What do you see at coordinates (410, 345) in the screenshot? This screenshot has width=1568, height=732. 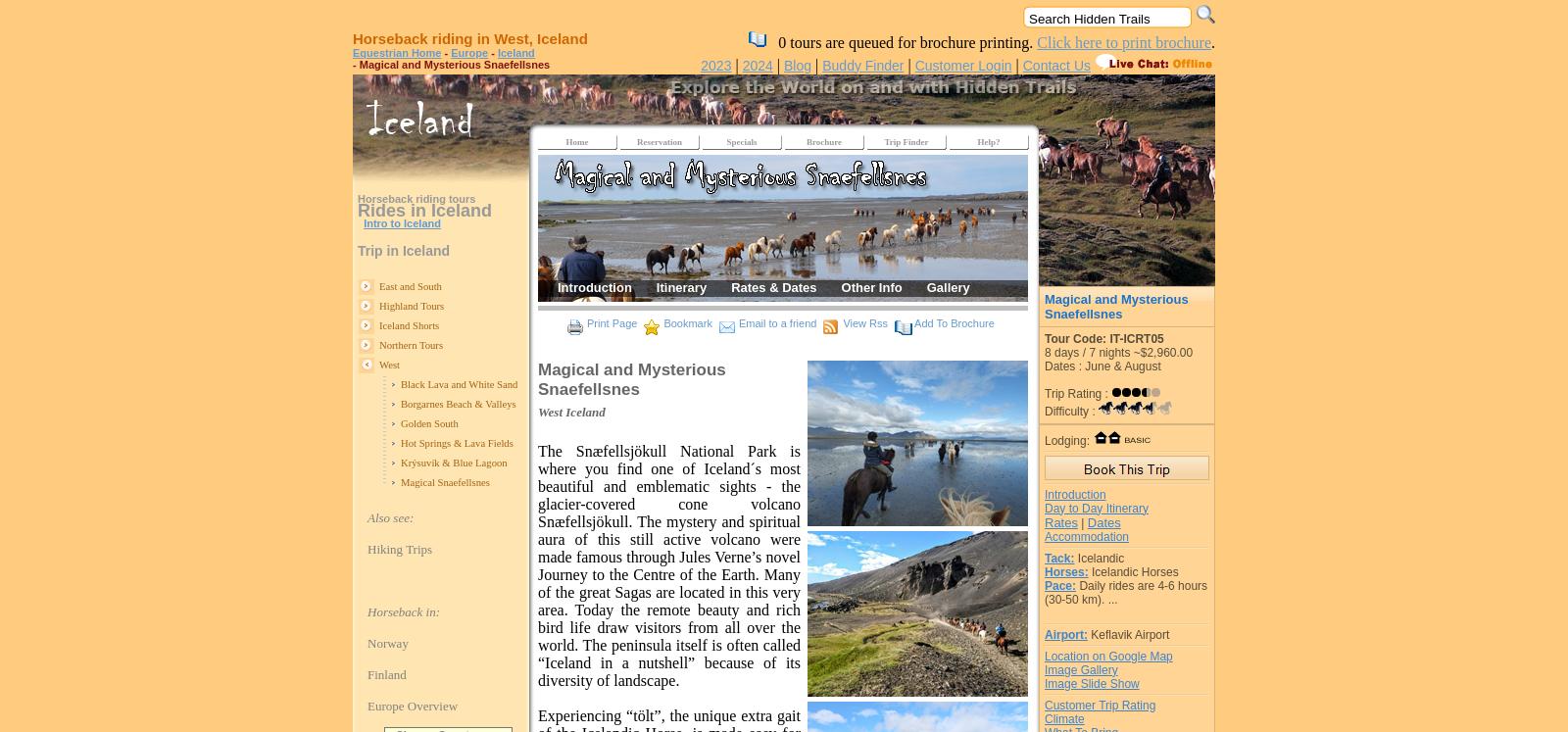 I see `'Northern Tours'` at bounding box center [410, 345].